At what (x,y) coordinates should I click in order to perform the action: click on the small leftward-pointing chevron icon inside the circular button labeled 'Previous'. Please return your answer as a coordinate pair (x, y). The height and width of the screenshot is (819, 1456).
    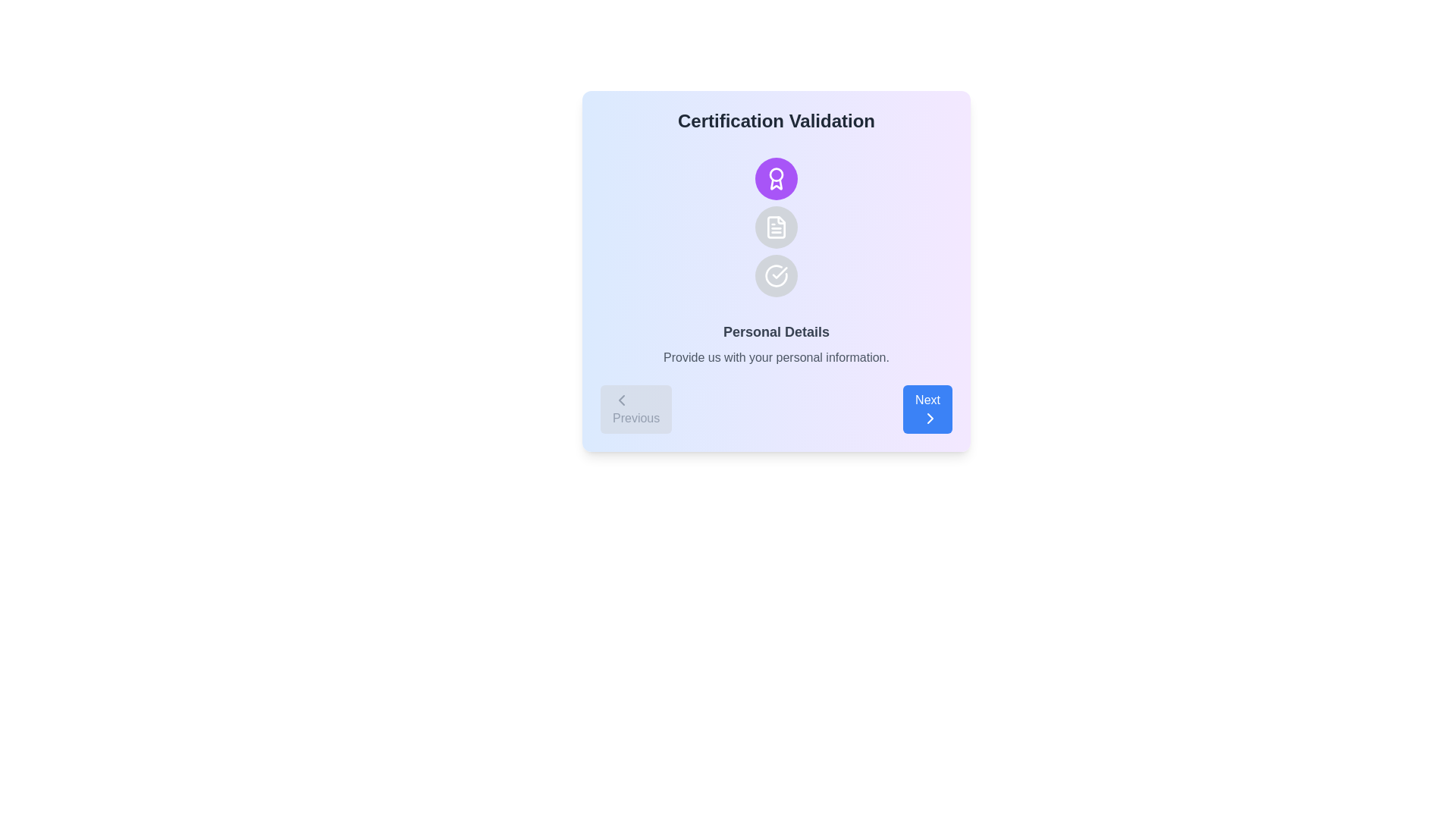
    Looking at the image, I should click on (622, 400).